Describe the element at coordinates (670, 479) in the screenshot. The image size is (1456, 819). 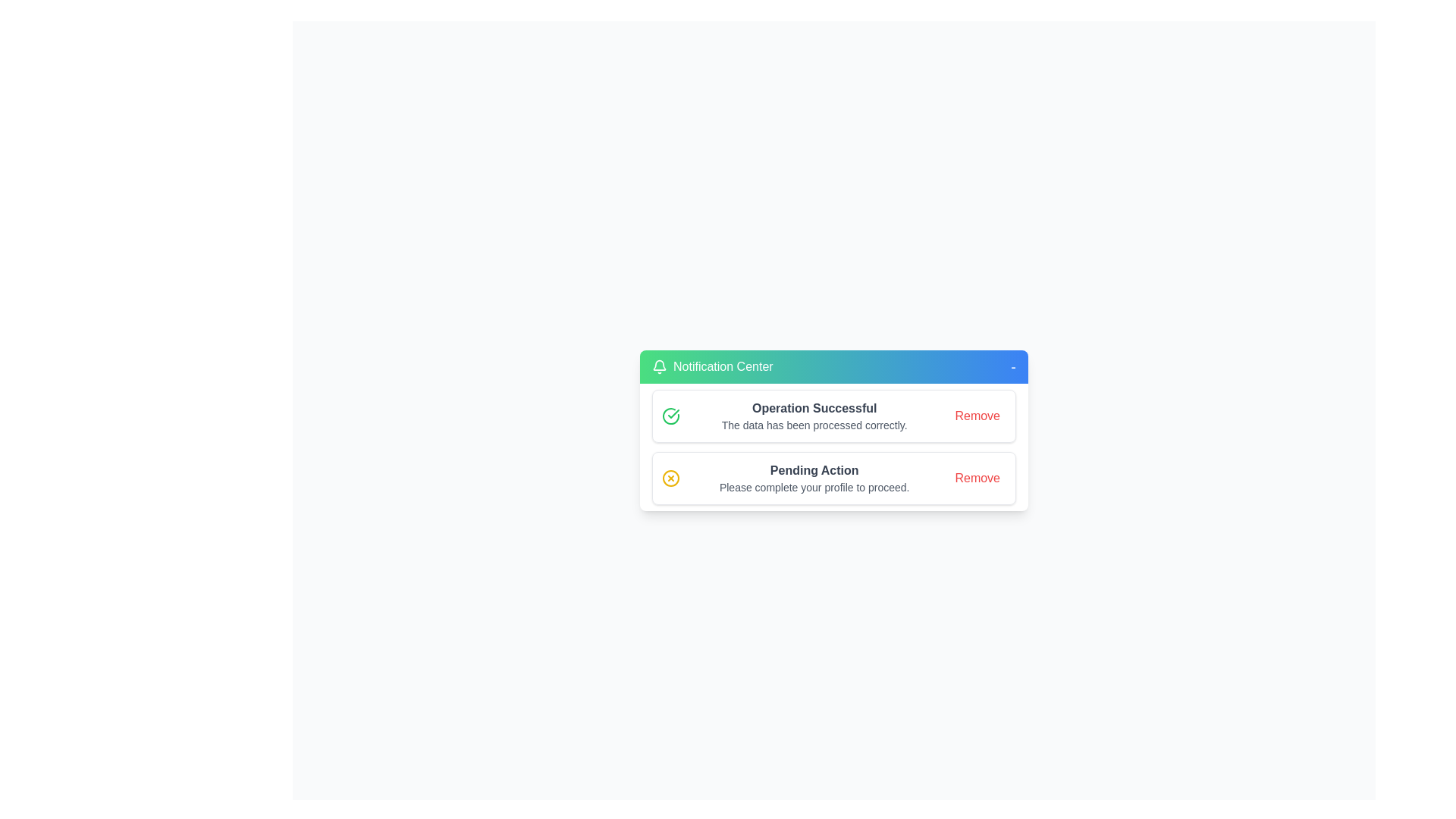
I see `the circular icon with a yellow border and a red 'X' symbol, which is located in the second notification box next to the text 'Pending Action'` at that location.